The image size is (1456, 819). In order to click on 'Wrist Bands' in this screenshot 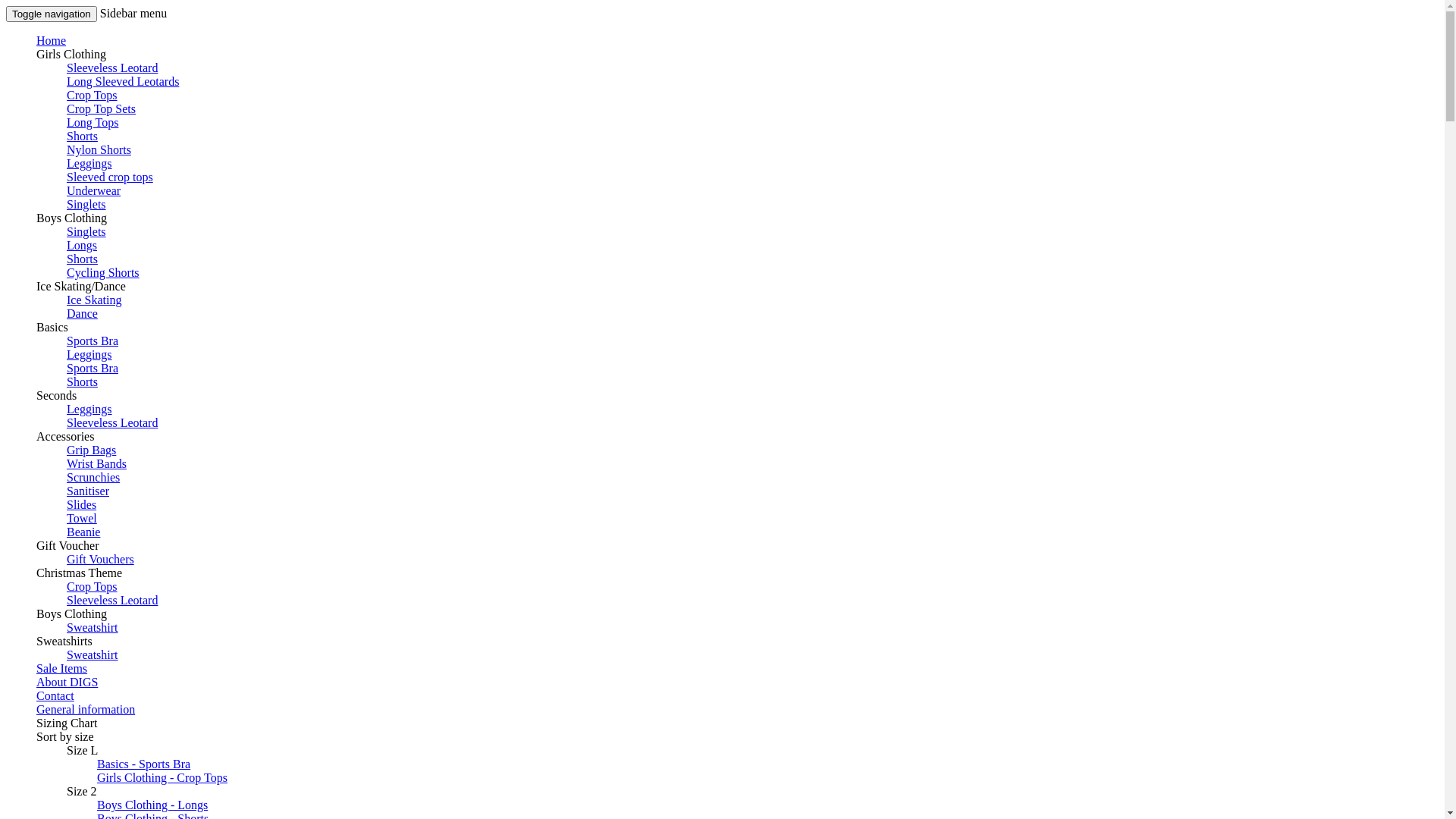, I will do `click(96, 463)`.